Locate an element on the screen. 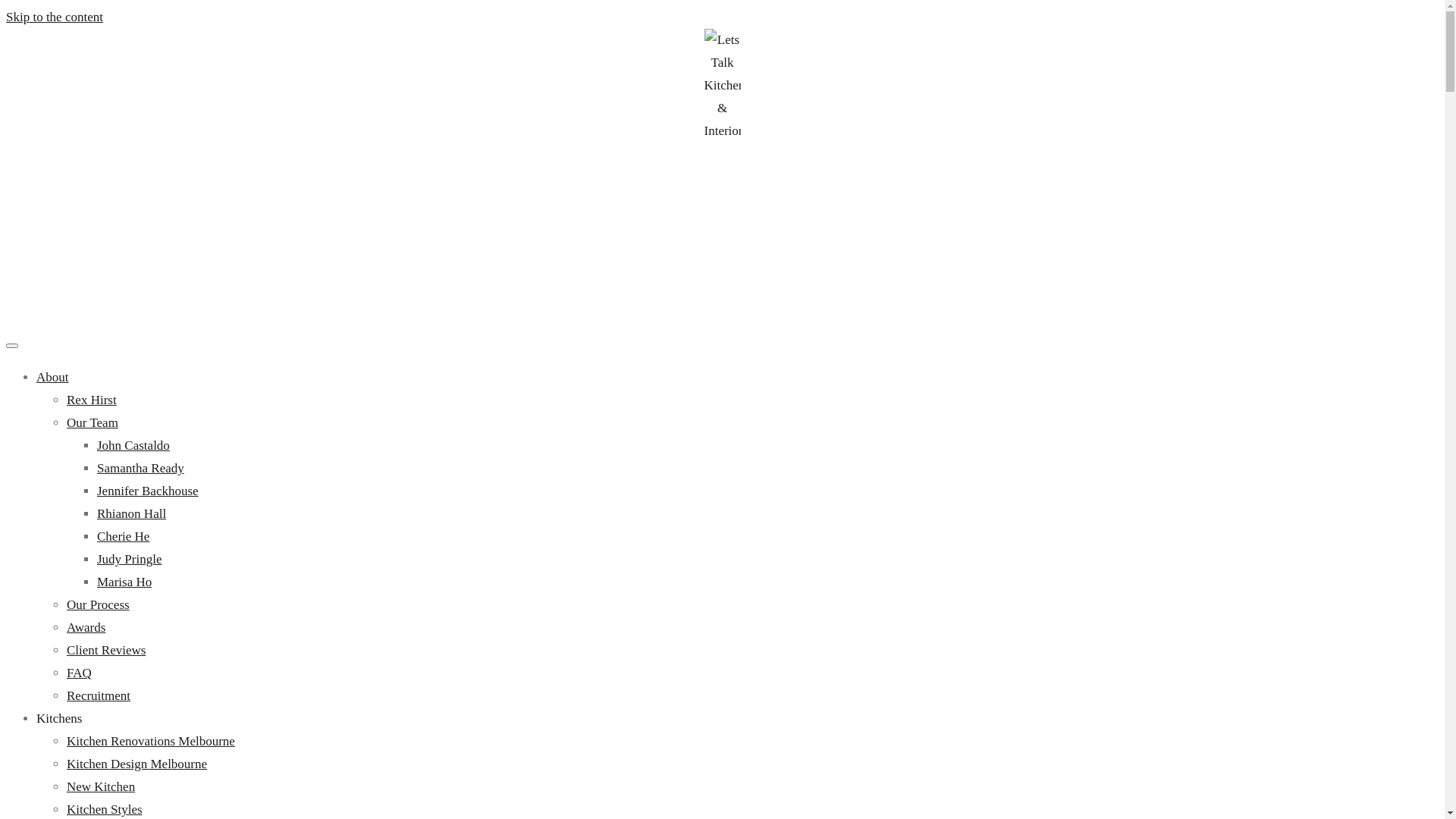 This screenshot has width=1456, height=819. 'Kitchen Styles' is located at coordinates (104, 808).